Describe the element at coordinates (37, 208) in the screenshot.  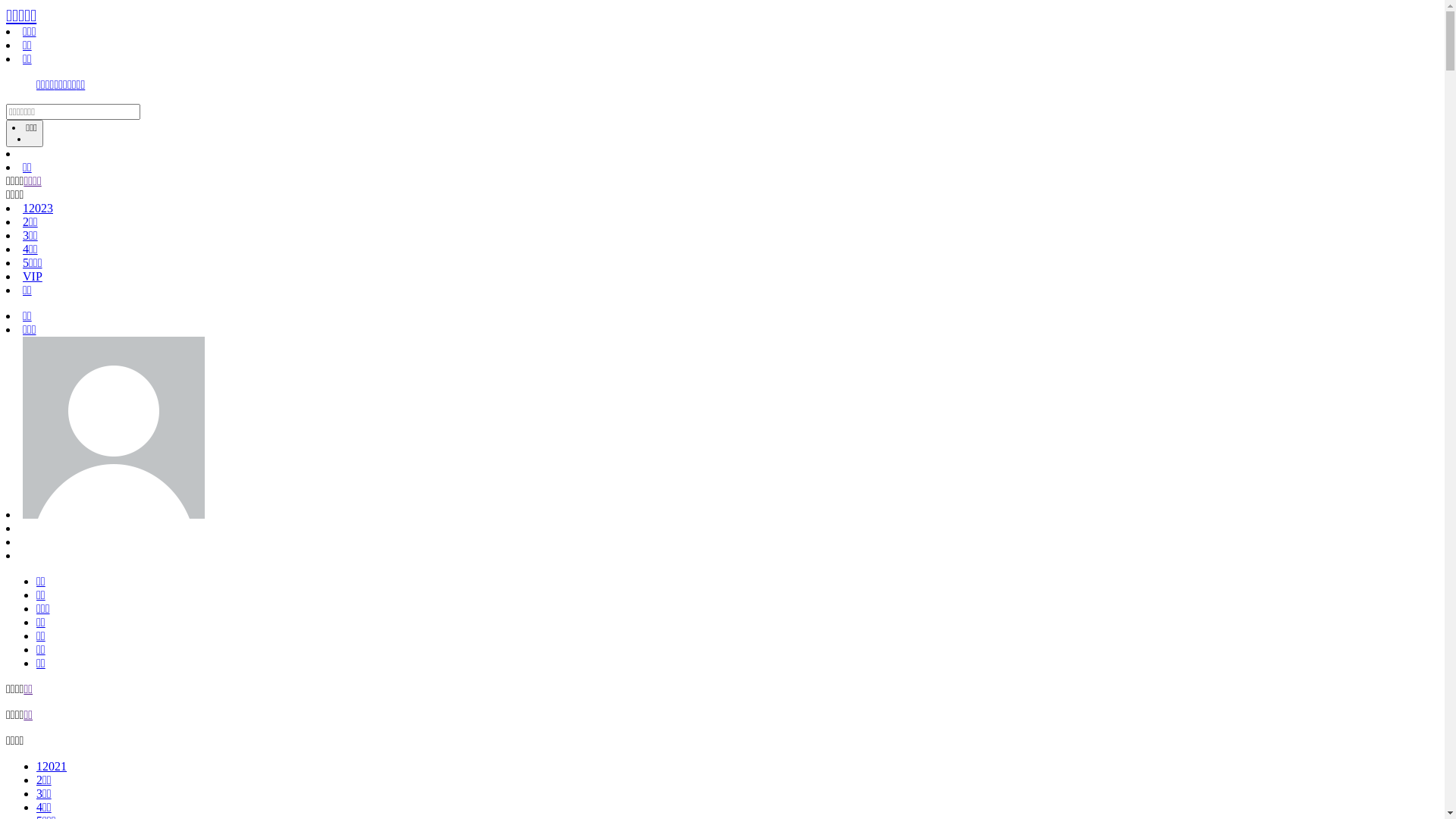
I see `'12023'` at that location.